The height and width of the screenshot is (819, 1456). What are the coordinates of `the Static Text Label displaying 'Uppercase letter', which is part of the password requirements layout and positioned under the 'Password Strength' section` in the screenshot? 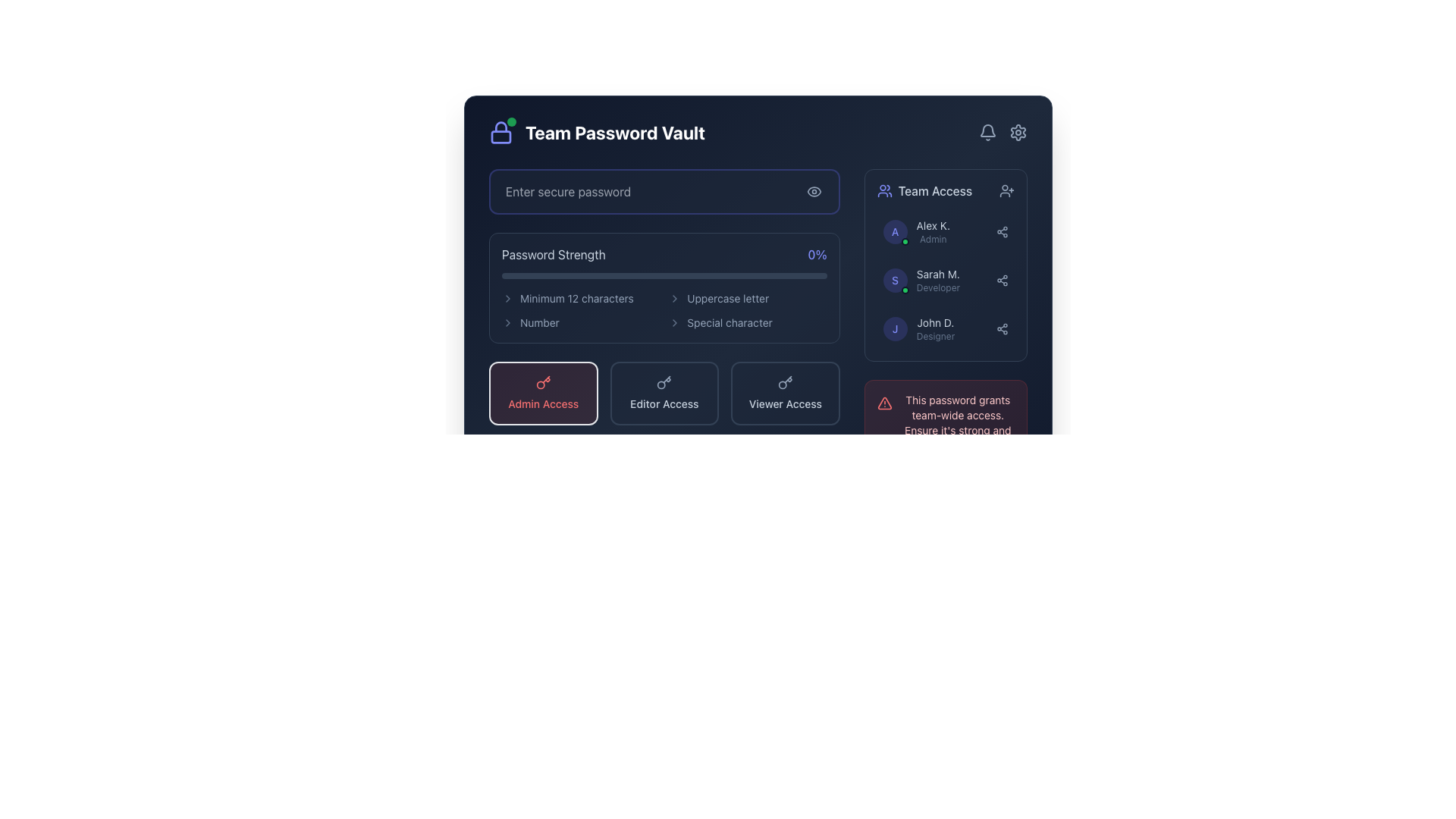 It's located at (728, 298).